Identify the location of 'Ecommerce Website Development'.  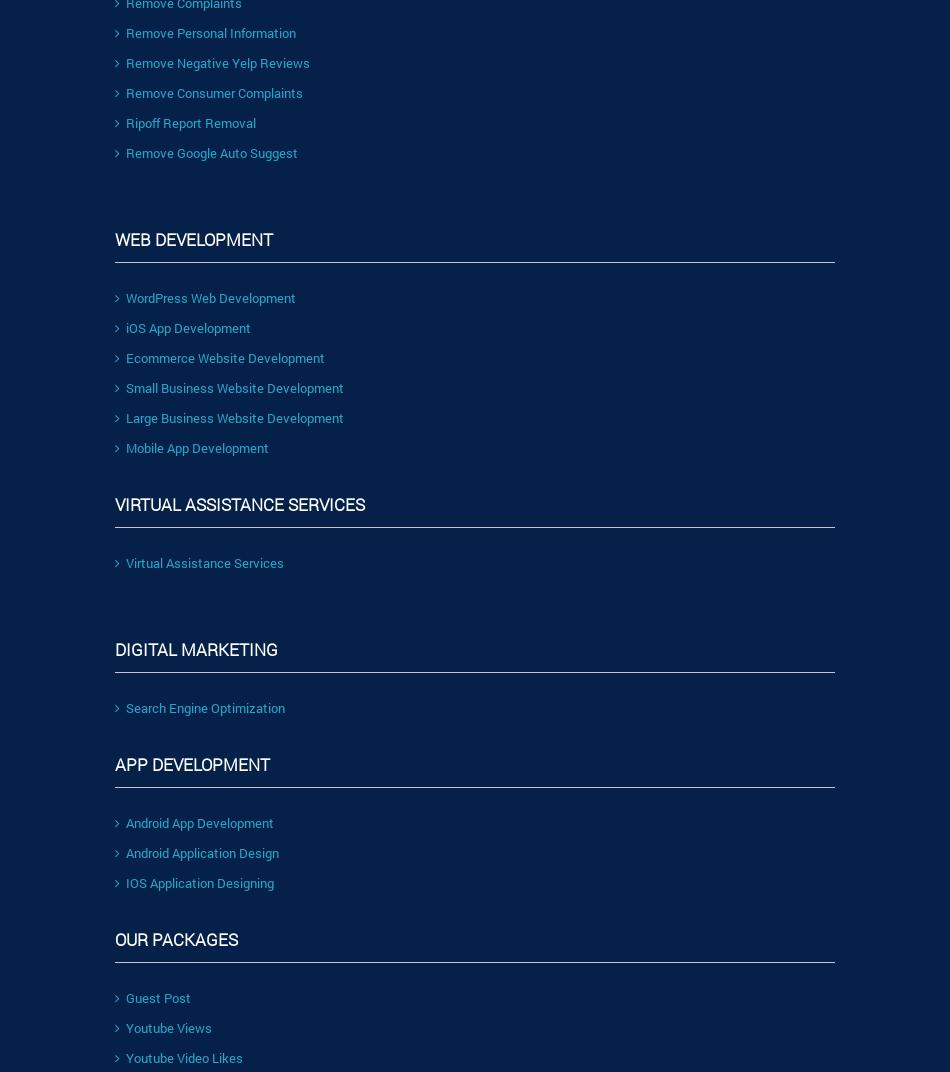
(225, 356).